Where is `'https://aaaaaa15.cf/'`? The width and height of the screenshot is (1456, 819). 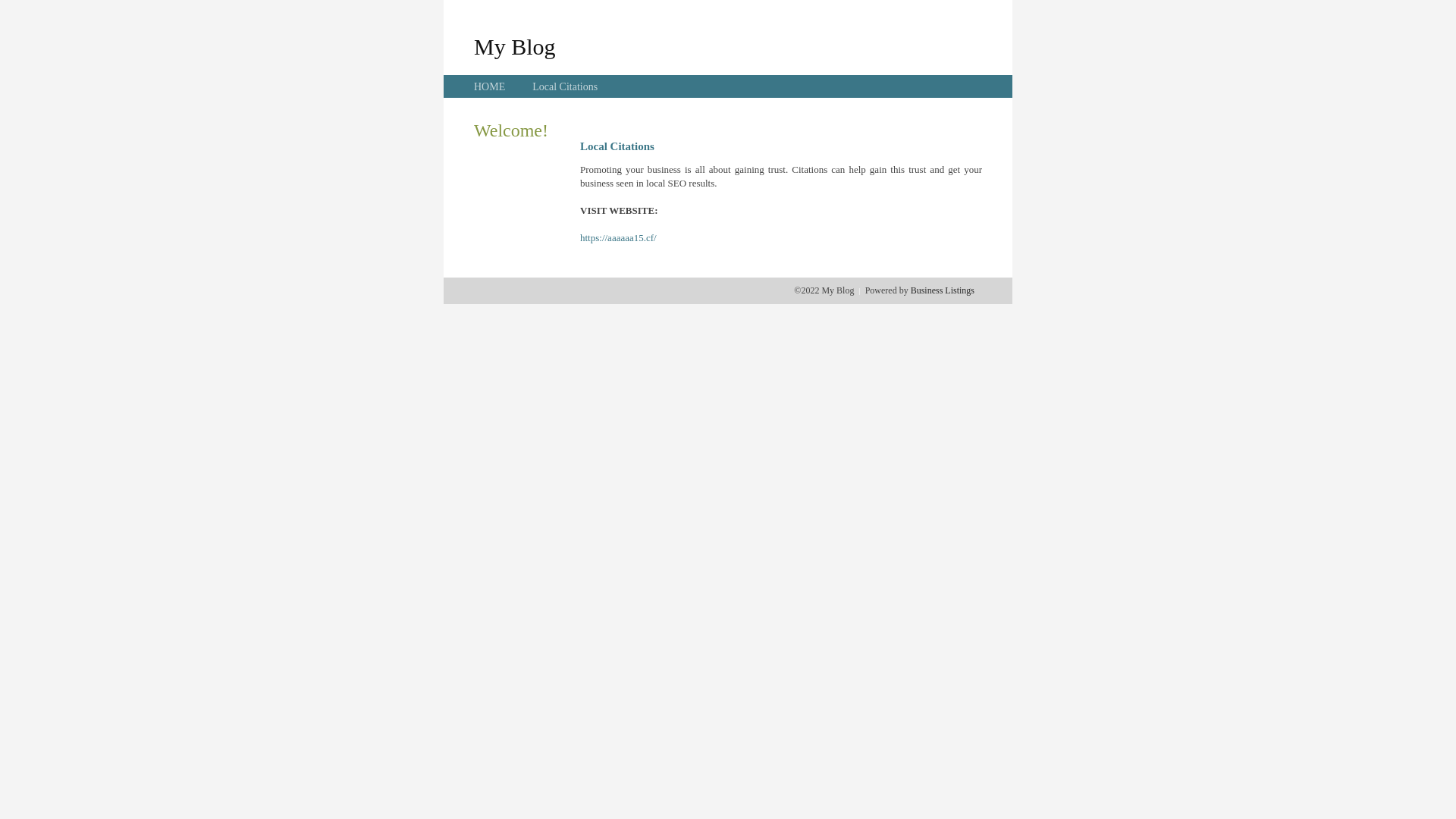 'https://aaaaaa15.cf/' is located at coordinates (618, 237).